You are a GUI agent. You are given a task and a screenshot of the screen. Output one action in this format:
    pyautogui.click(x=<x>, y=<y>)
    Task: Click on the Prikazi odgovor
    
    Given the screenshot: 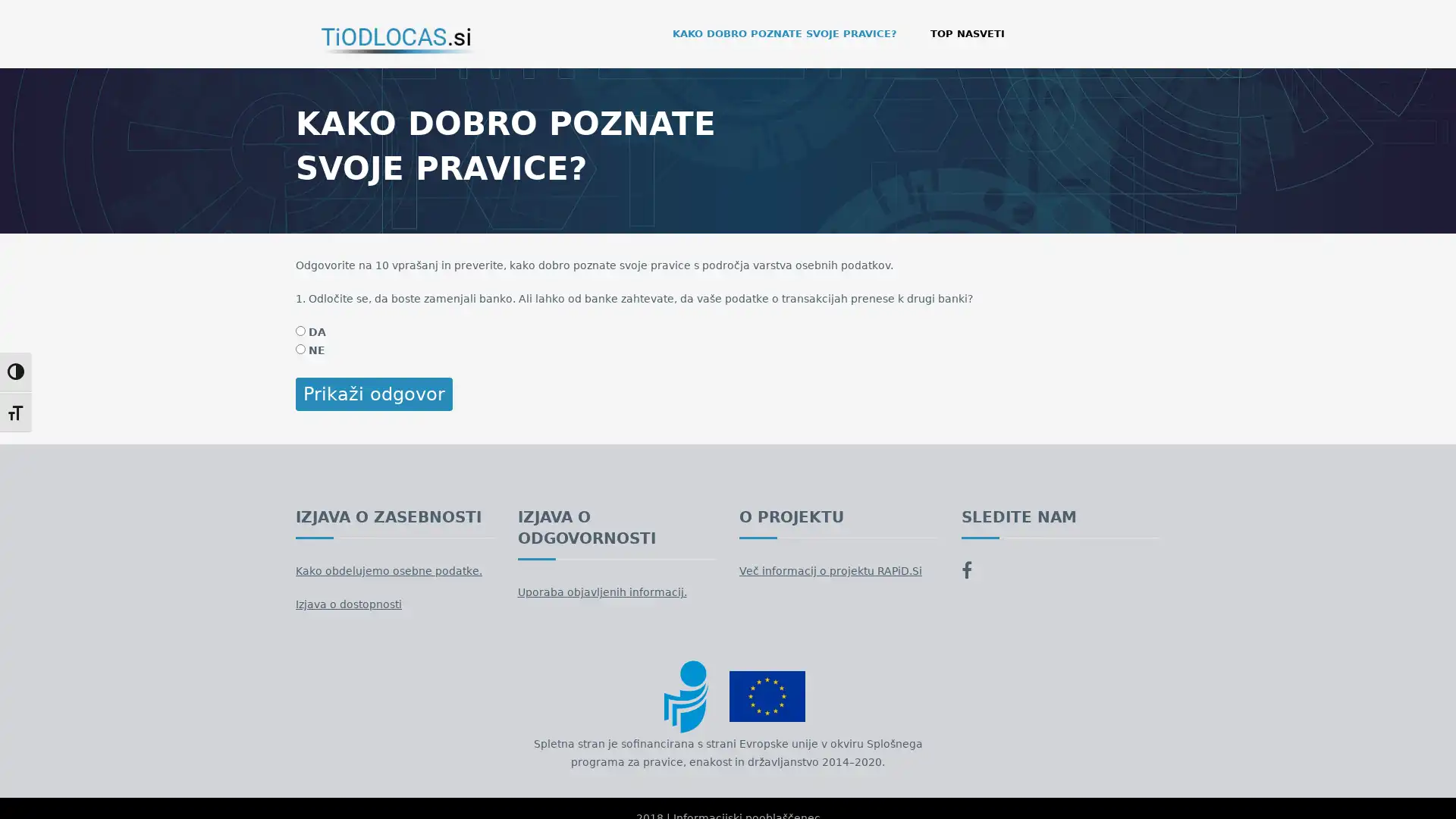 What is the action you would take?
    pyautogui.click(x=374, y=393)
    